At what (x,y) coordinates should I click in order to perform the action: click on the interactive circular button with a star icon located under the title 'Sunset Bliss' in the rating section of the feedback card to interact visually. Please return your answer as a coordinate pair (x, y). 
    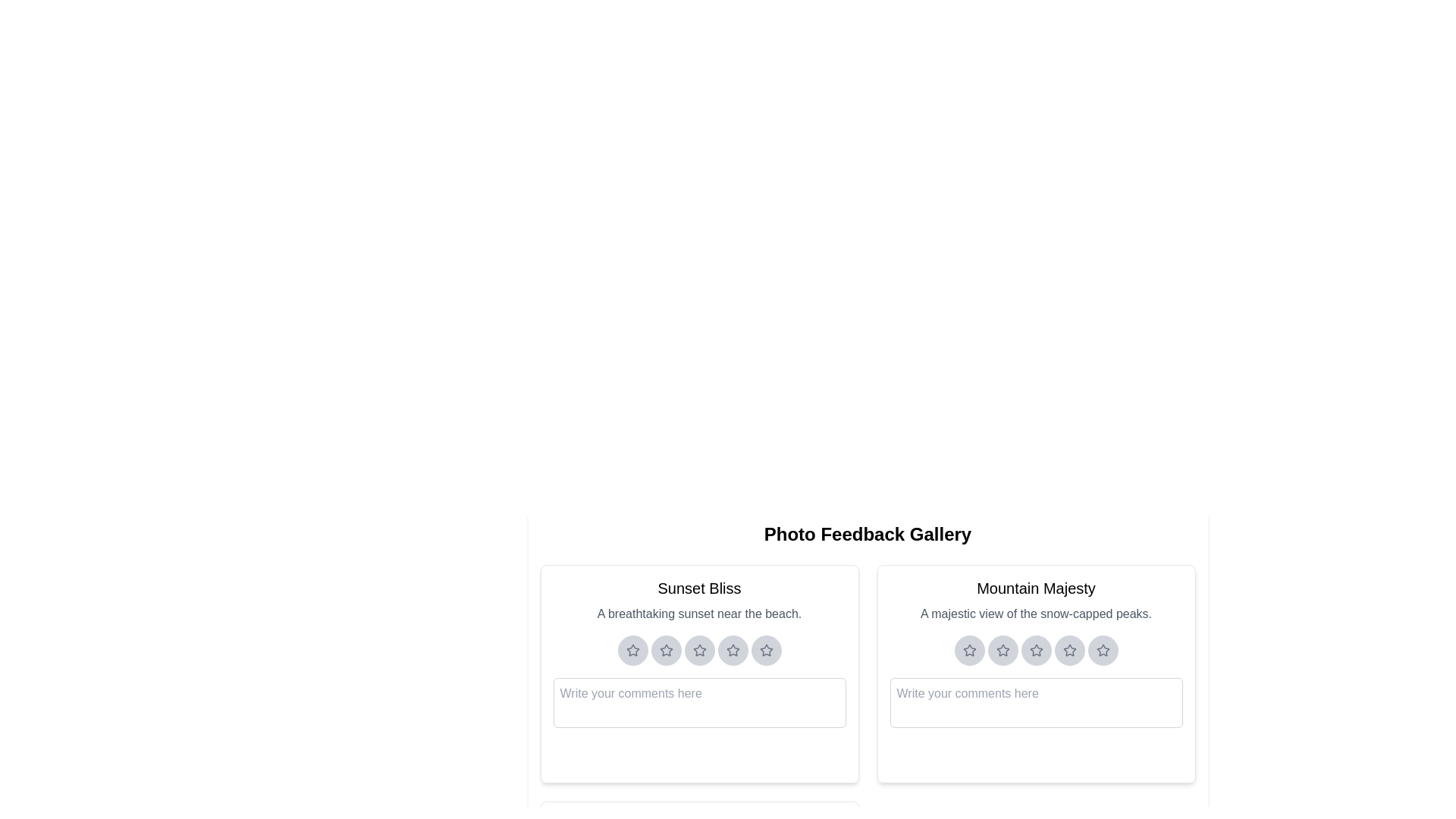
    Looking at the image, I should click on (632, 649).